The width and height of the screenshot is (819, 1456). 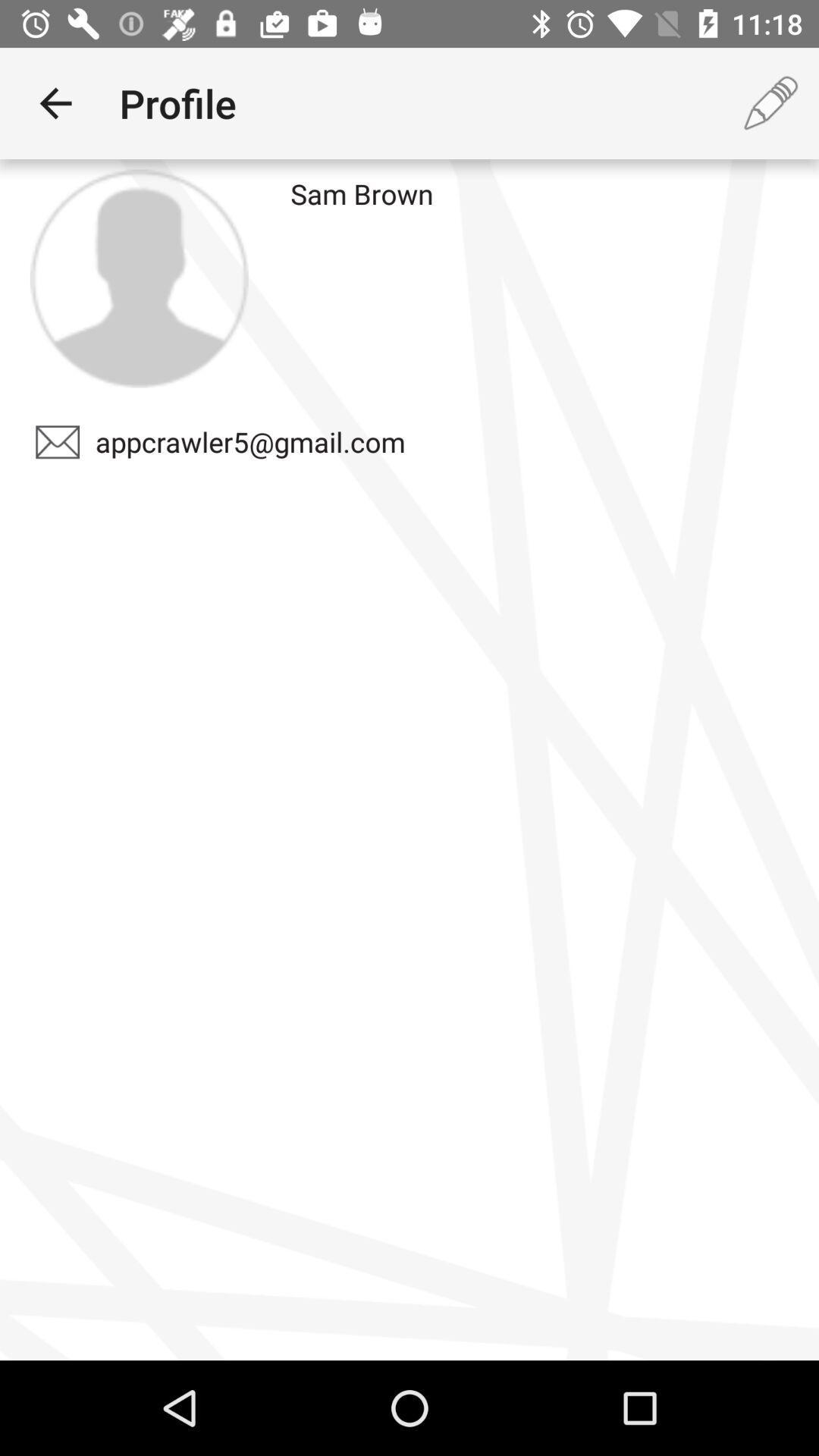 What do you see at coordinates (139, 278) in the screenshot?
I see `the item to the left of the sam brown` at bounding box center [139, 278].